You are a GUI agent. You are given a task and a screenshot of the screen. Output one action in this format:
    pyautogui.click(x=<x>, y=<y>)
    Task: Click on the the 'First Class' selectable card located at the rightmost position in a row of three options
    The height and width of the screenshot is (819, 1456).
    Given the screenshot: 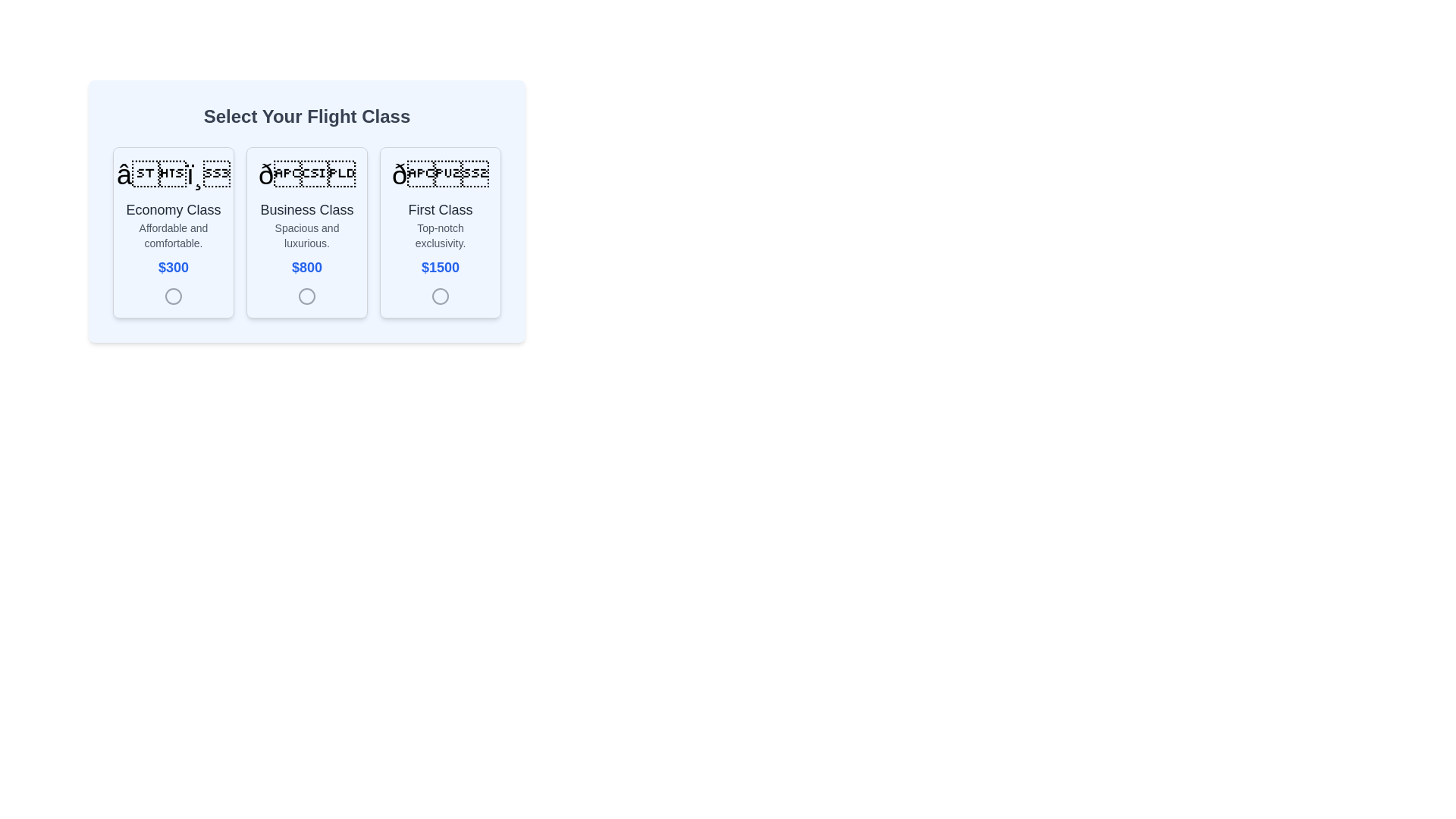 What is the action you would take?
    pyautogui.click(x=439, y=233)
    